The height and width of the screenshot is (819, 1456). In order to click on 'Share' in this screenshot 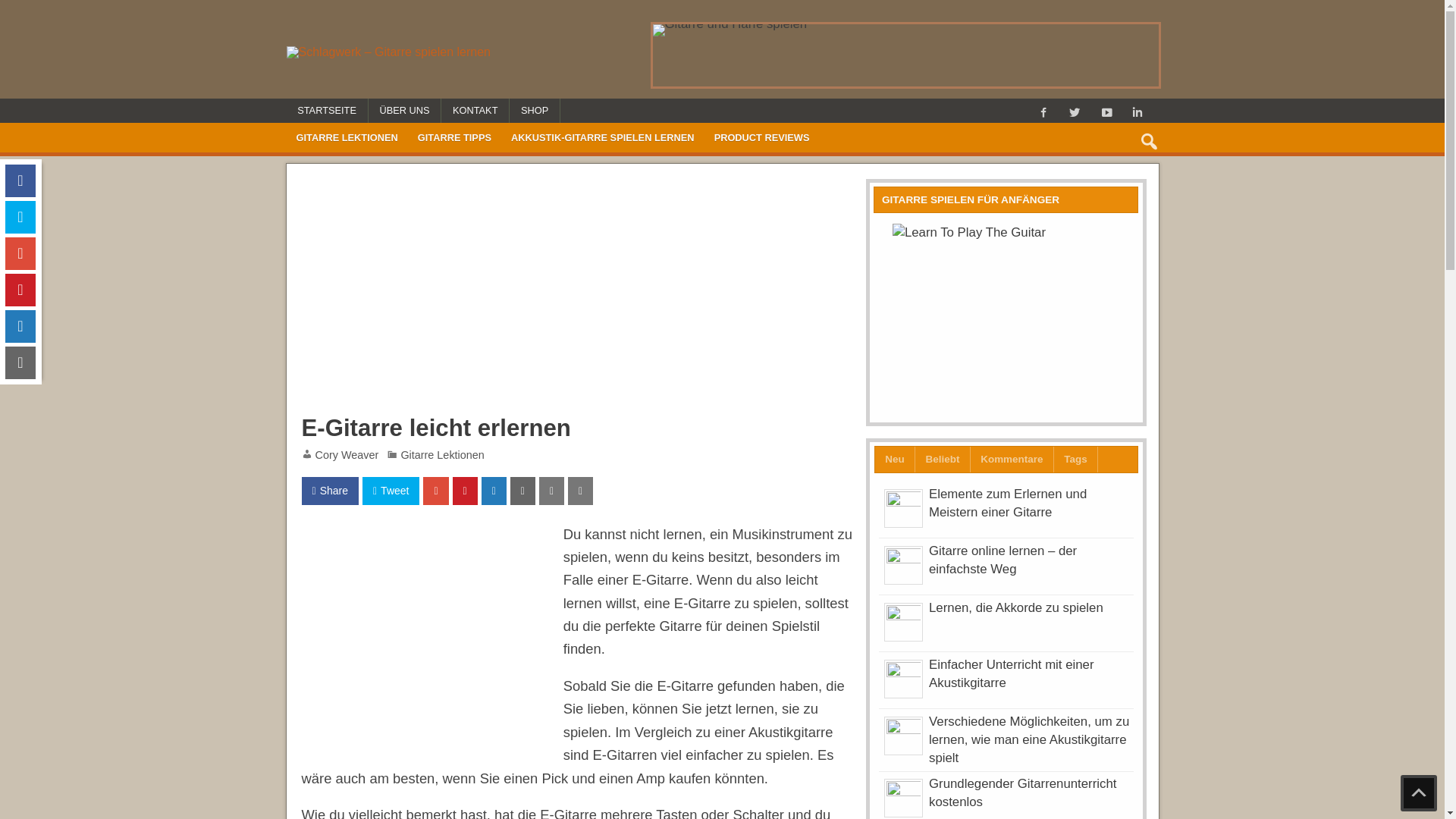, I will do `click(302, 491)`.